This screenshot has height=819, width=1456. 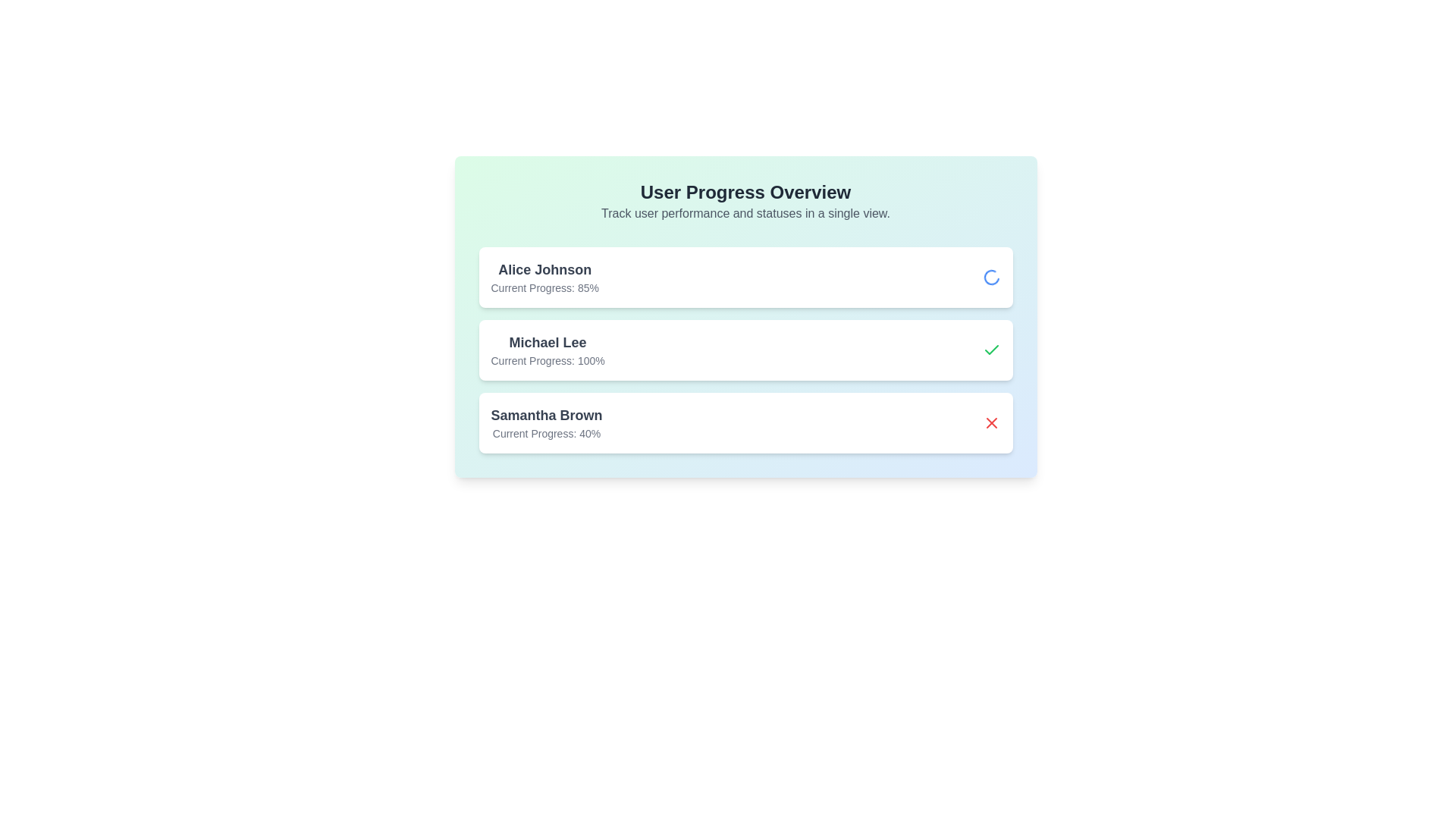 I want to click on the label displaying 'Current Progress: 40%' located beneath the name 'Samantha Brown' in the user progress summary card, so click(x=546, y=433).